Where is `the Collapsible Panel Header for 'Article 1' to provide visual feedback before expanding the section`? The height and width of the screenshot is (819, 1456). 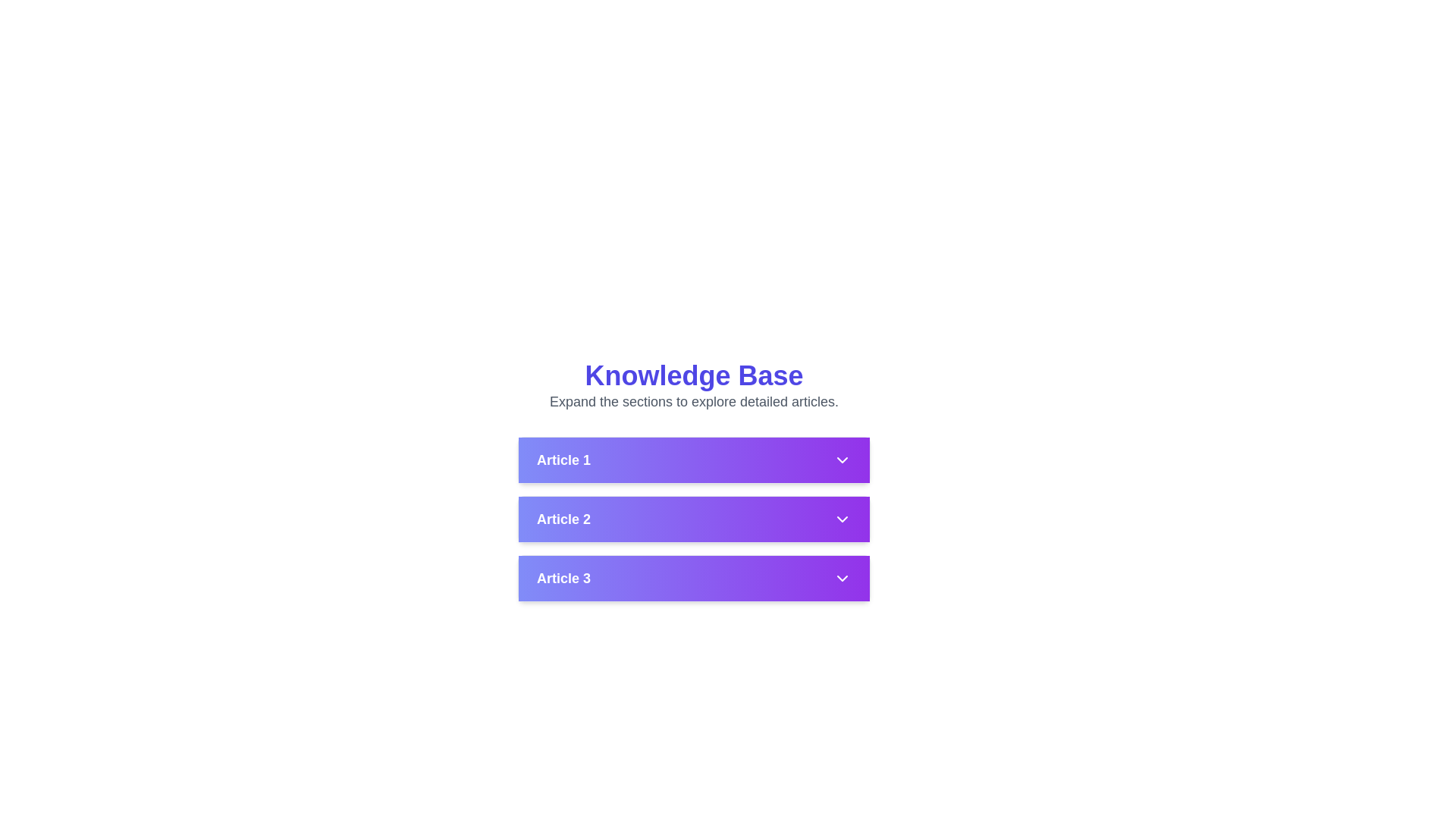
the Collapsible Panel Header for 'Article 1' to provide visual feedback before expanding the section is located at coordinates (693, 488).